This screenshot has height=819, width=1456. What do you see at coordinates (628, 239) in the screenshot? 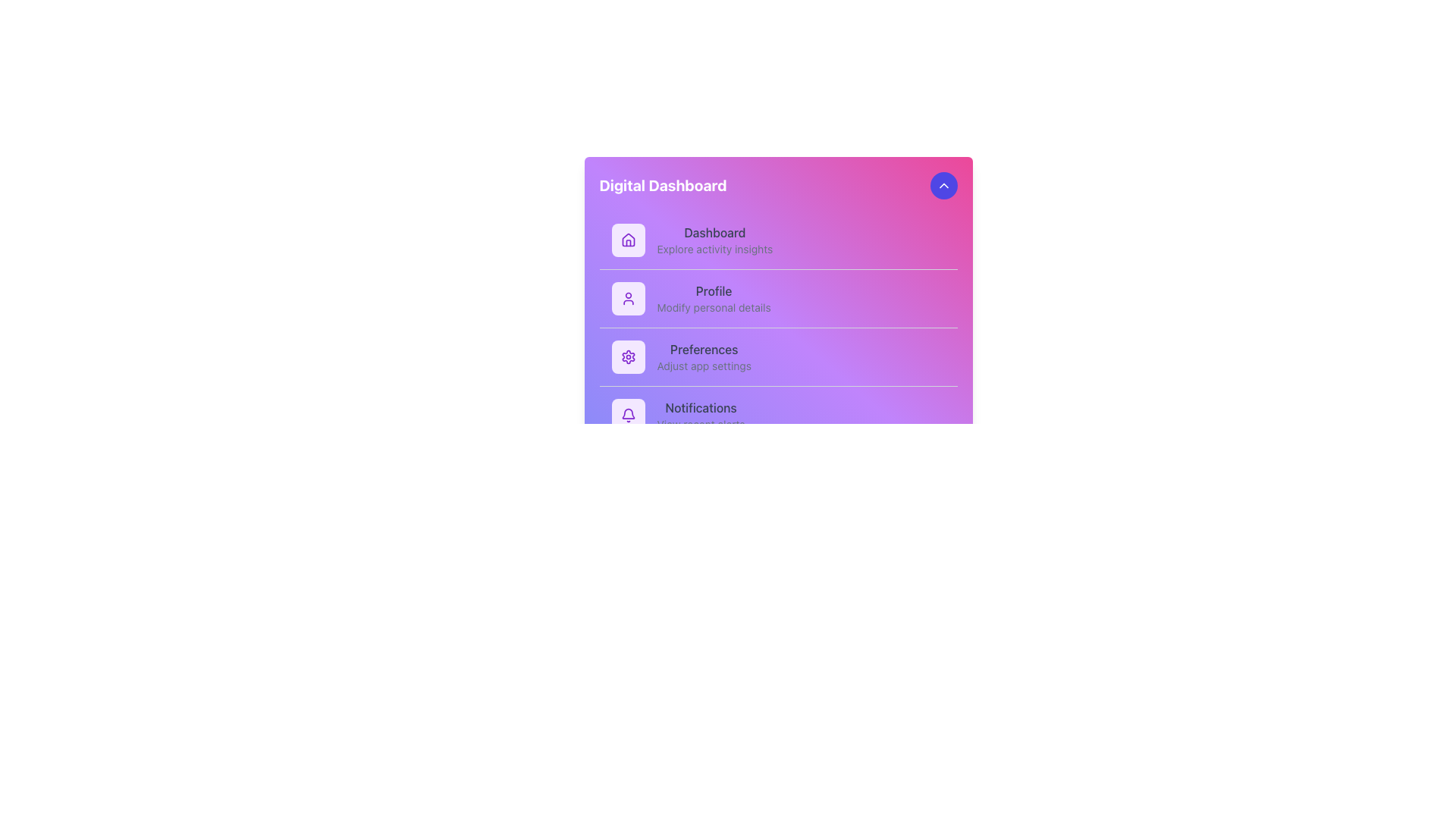
I see `the purple circular icon representing the 'Dashboard' section of the sidebar menu` at bounding box center [628, 239].